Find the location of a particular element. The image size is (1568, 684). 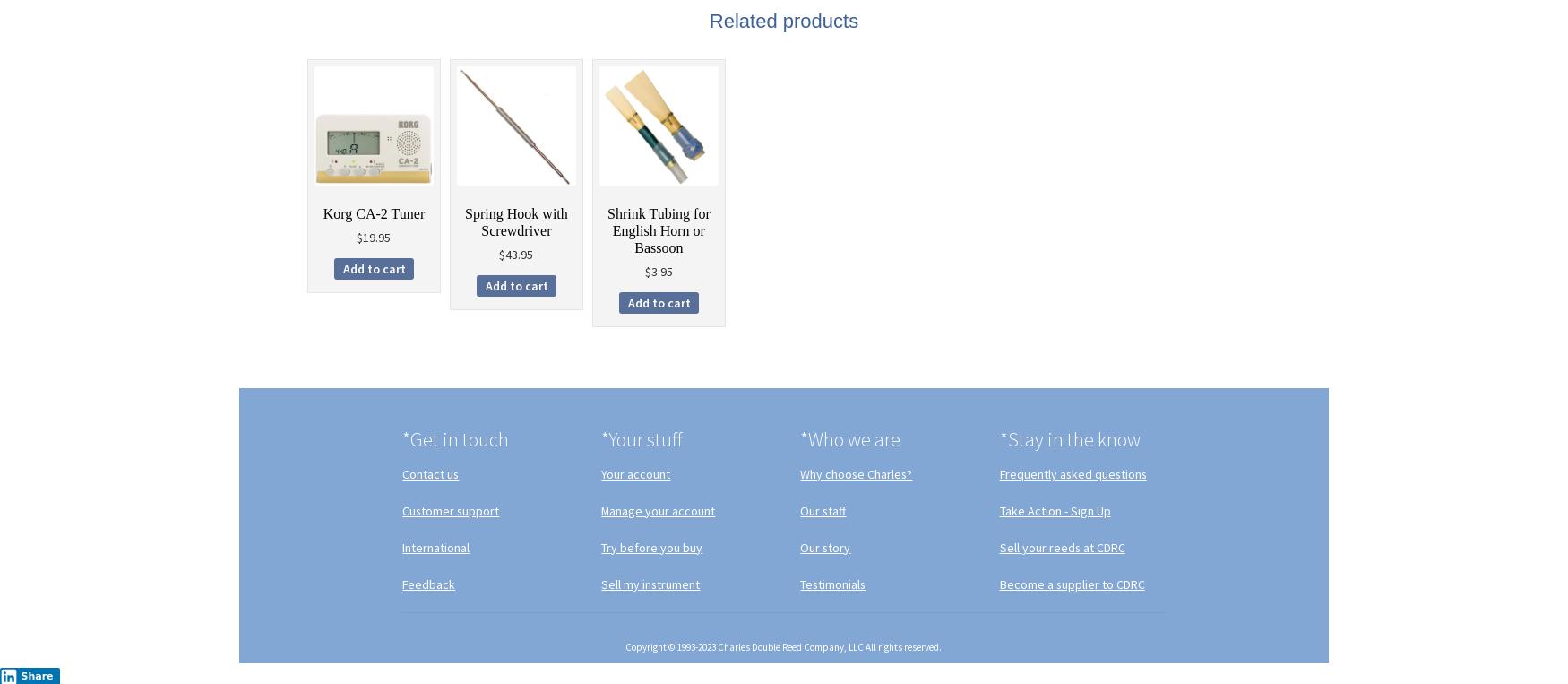

'Take Action - Sign Up' is located at coordinates (1054, 508).